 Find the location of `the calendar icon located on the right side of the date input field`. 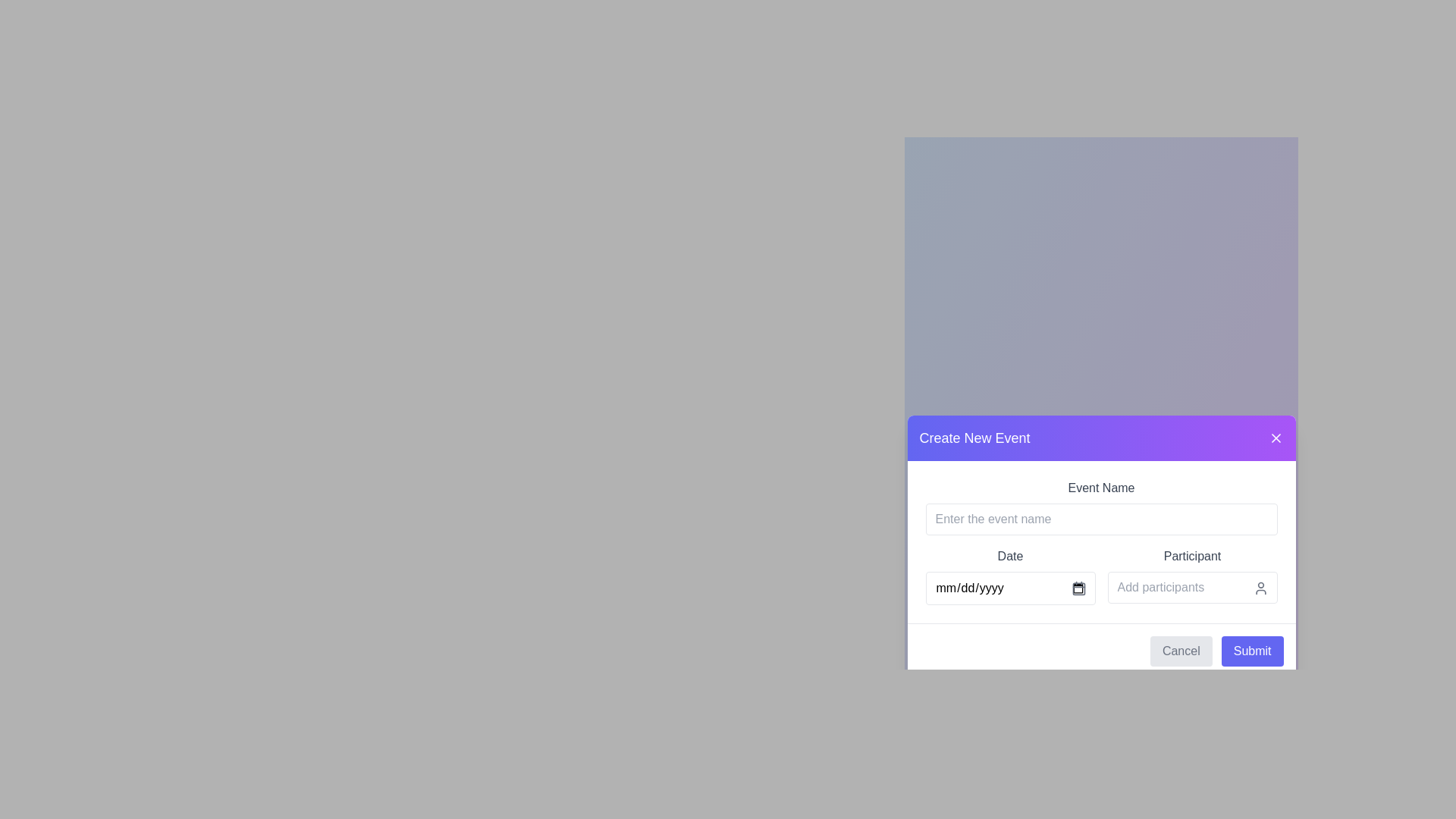

the calendar icon located on the right side of the date input field is located at coordinates (1078, 587).